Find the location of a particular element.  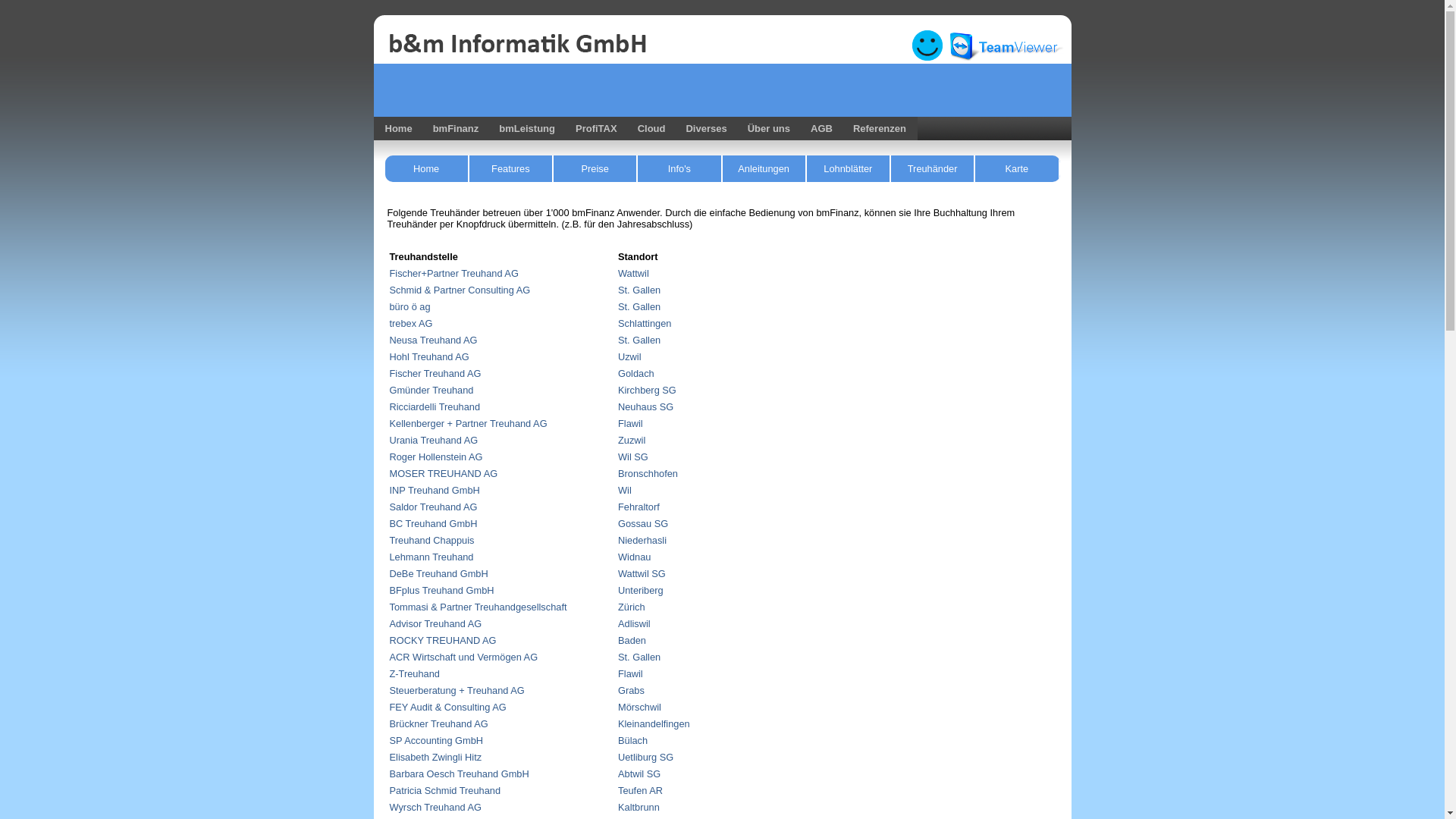

'Treuhand Chappuis' is located at coordinates (389, 539).